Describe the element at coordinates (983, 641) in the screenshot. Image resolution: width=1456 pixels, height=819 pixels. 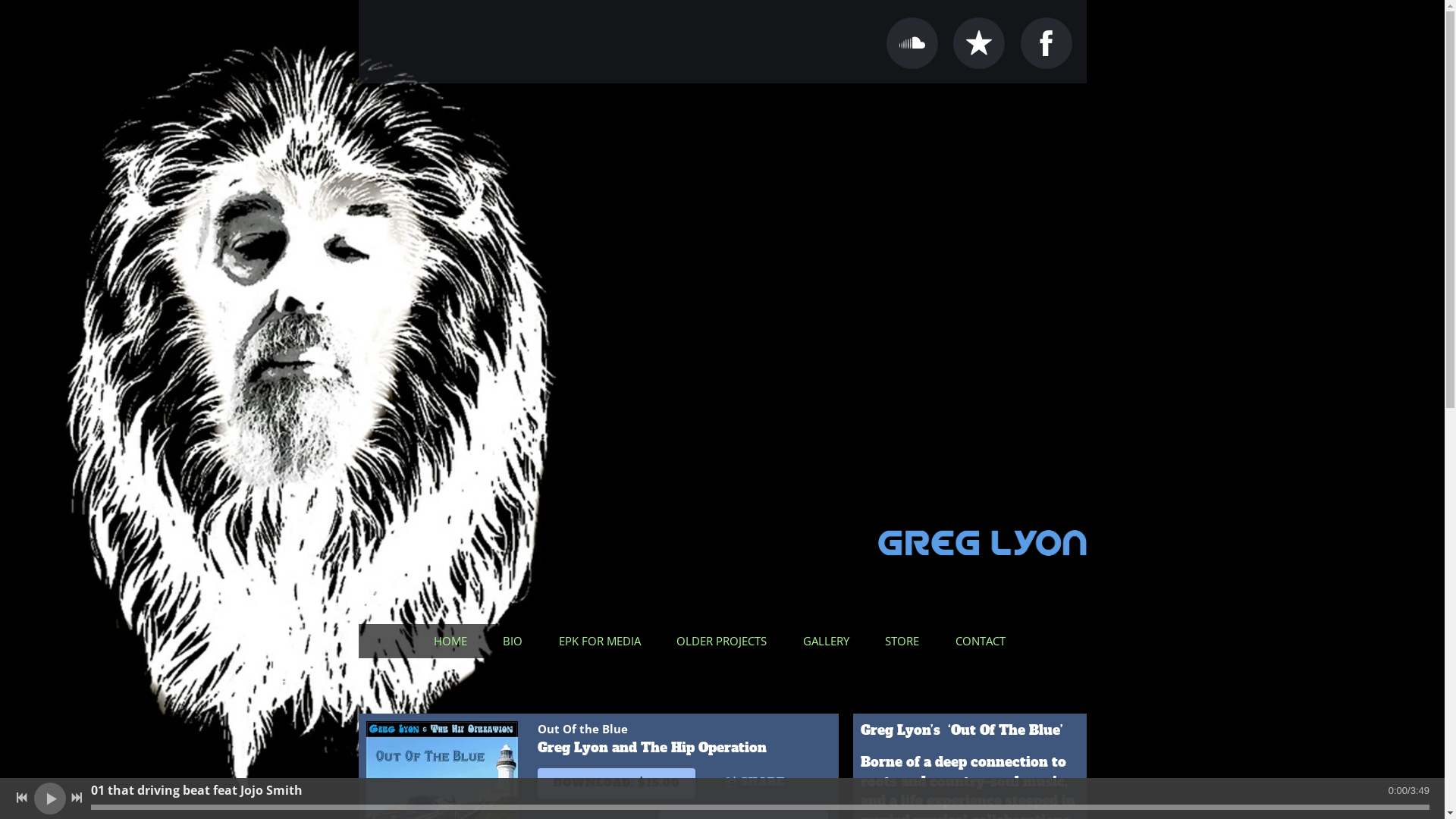
I see `'CONTACT'` at that location.